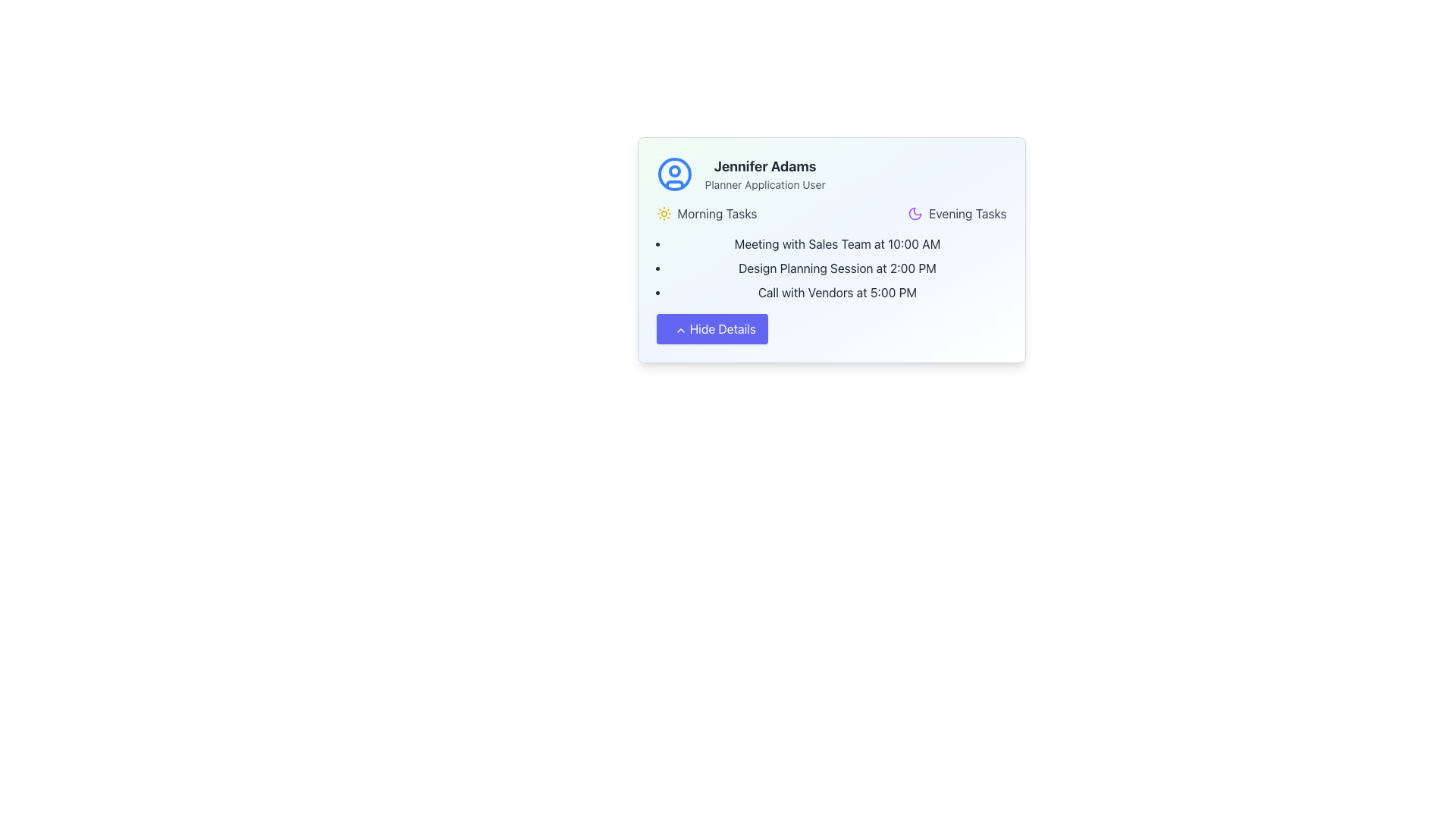 This screenshot has height=819, width=1456. I want to click on the moon-shaped icon with a purple outline, located, so click(915, 213).